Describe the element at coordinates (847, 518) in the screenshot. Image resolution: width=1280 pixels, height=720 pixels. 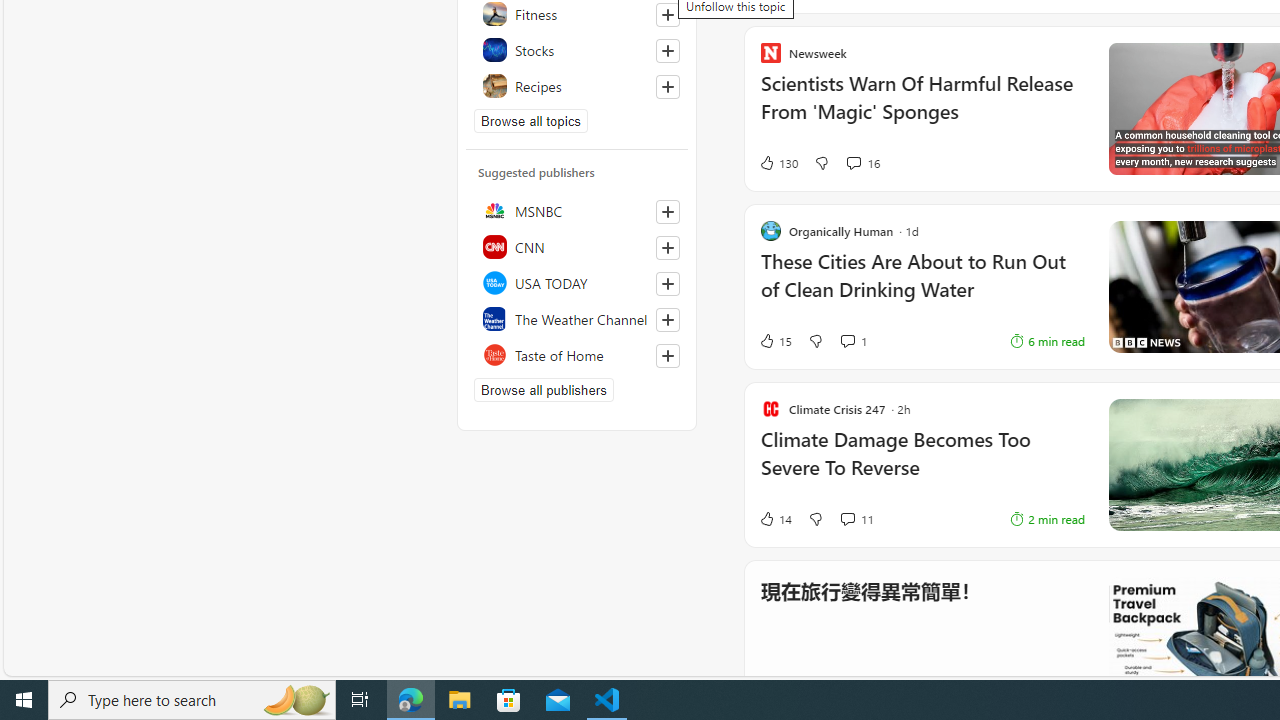
I see `'View comments 11 Comment'` at that location.